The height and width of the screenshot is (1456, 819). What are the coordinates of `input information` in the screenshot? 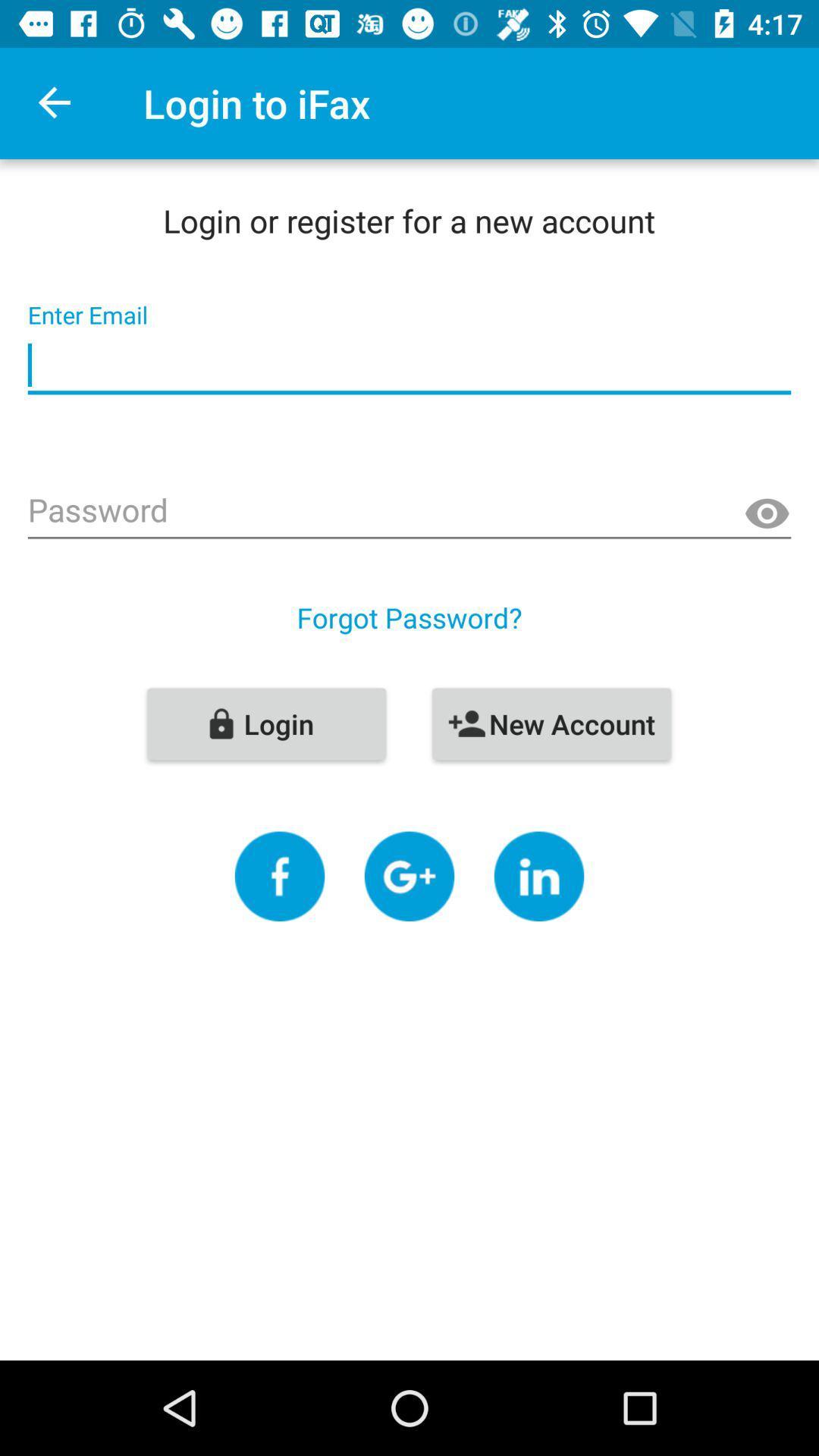 It's located at (409, 366).